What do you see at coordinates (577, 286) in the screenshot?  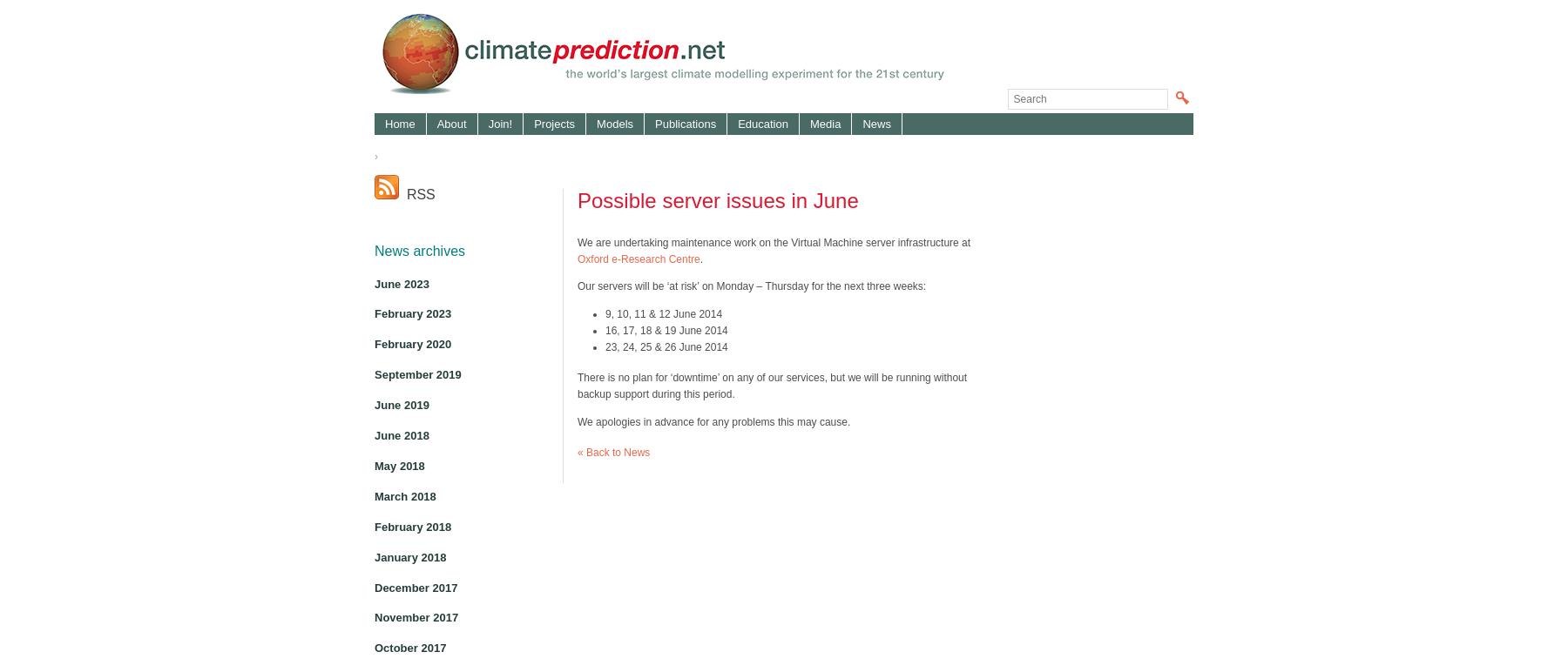 I see `'Our servers will be ‘at risk’ on Monday – Thursday for the next three weeks:'` at bounding box center [577, 286].